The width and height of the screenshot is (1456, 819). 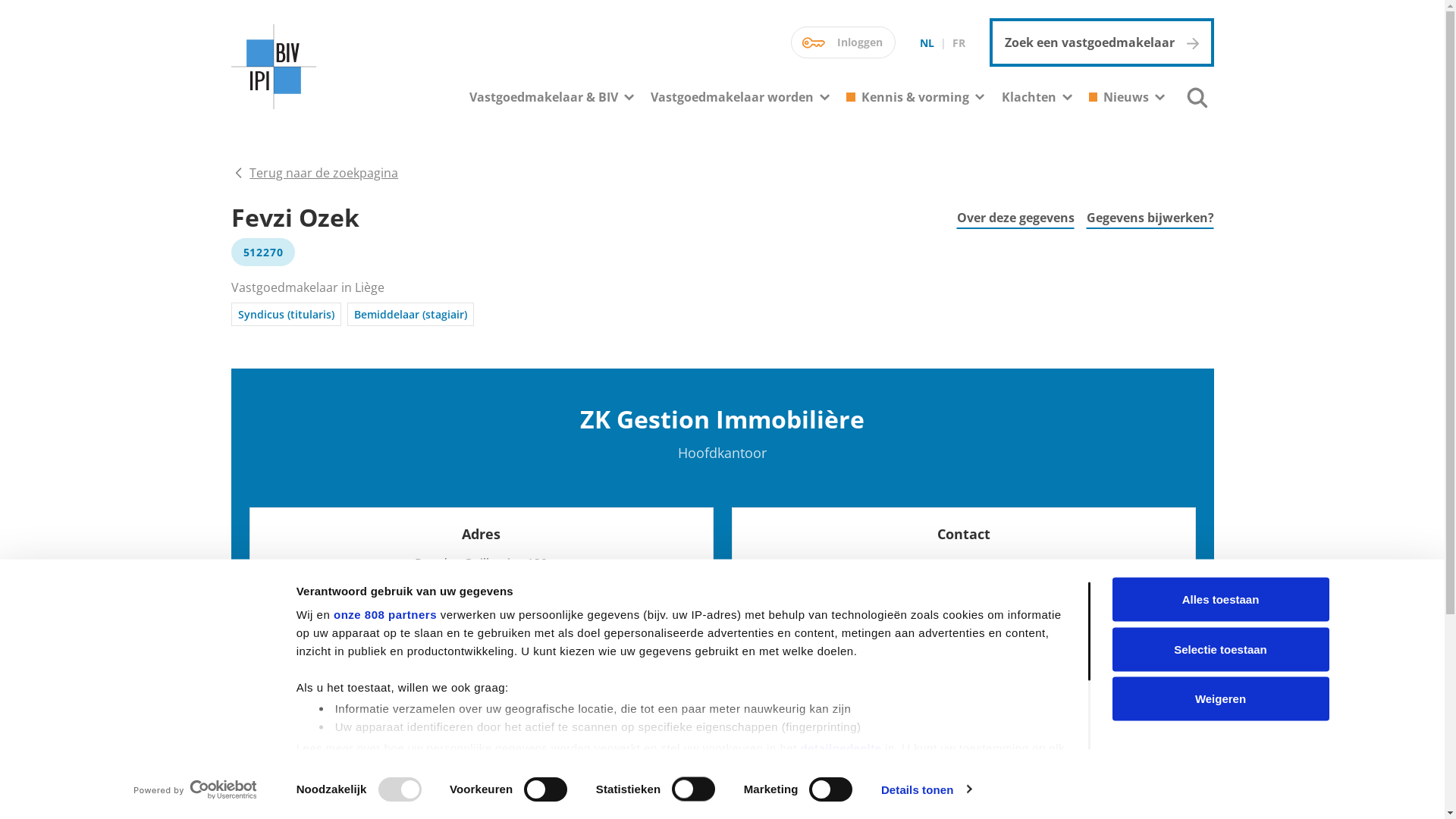 I want to click on 'NL', so click(x=925, y=42).